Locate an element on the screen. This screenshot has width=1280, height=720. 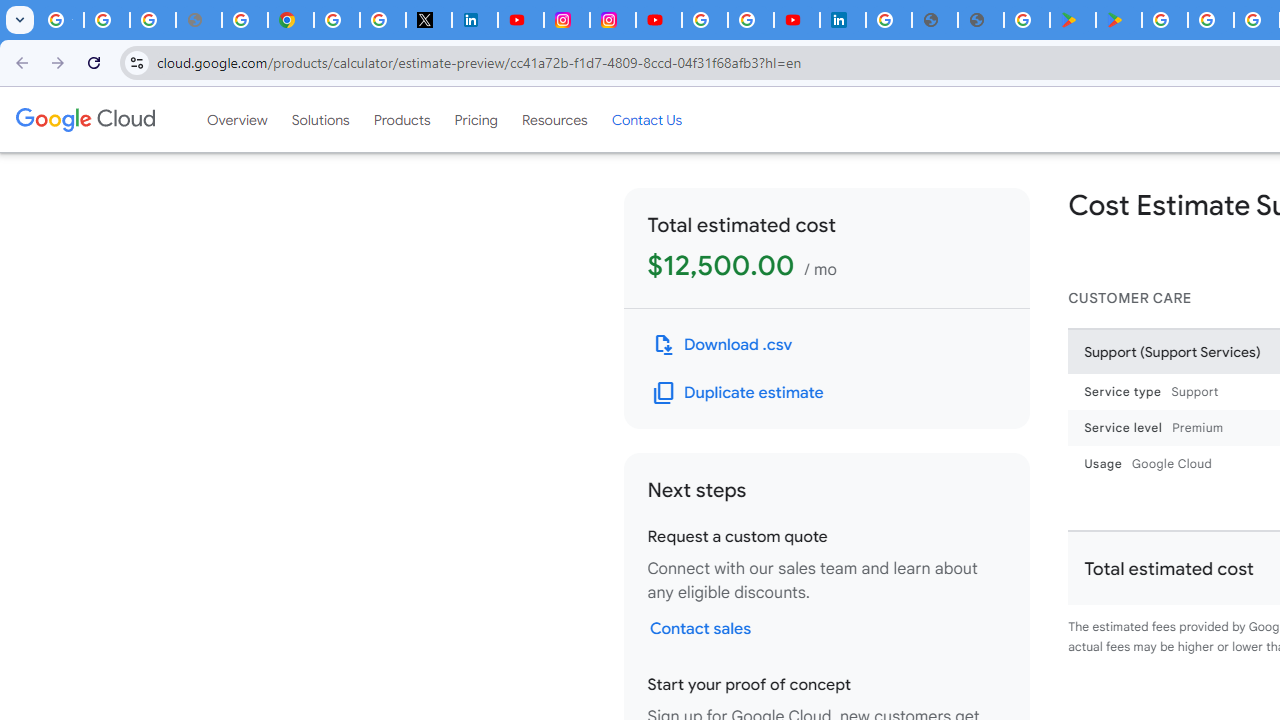
'Download .csv file' is located at coordinates (722, 343).